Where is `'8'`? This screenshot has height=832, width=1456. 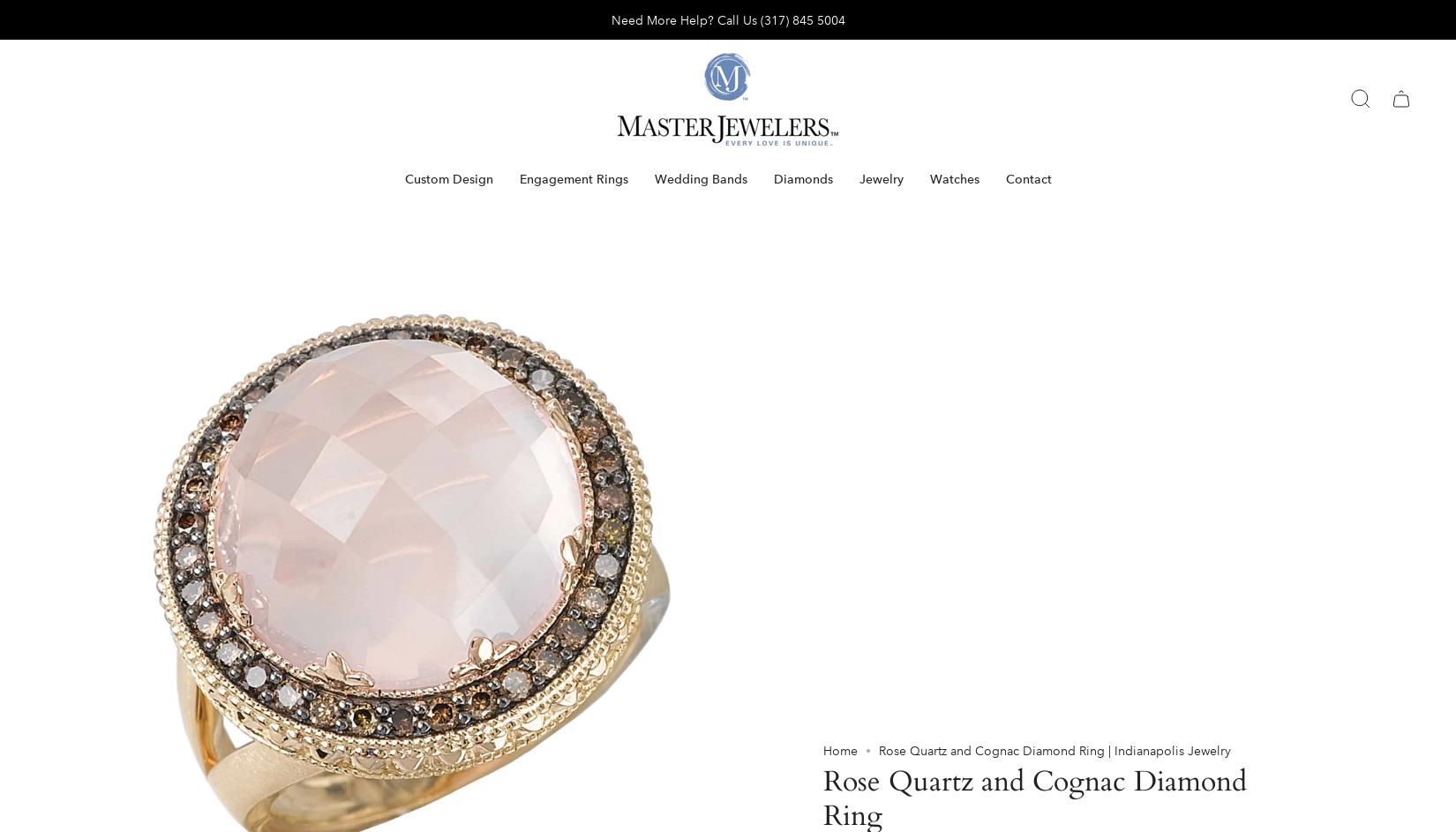
'8' is located at coordinates (838, 462).